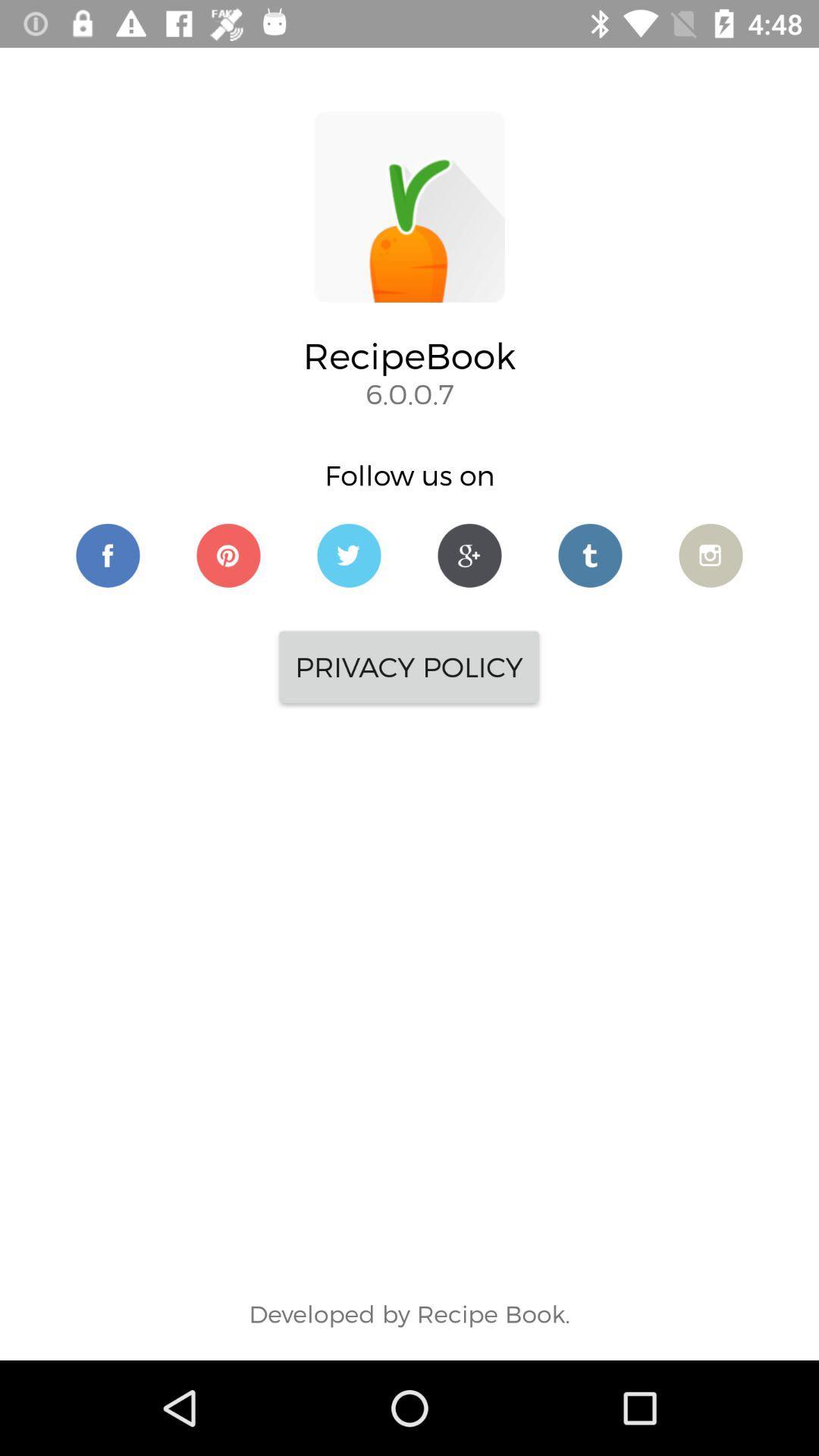 The image size is (819, 1456). Describe the element at coordinates (469, 554) in the screenshot. I see `a place to access google+` at that location.